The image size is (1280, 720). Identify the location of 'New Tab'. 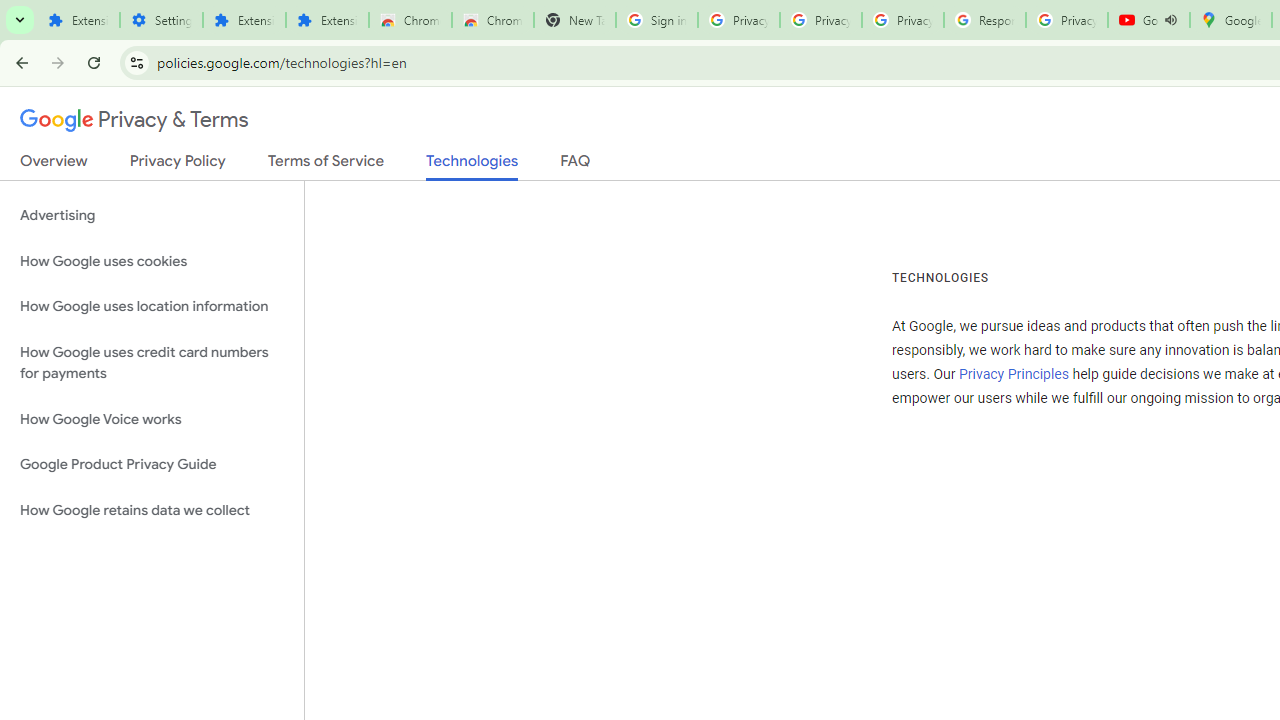
(573, 20).